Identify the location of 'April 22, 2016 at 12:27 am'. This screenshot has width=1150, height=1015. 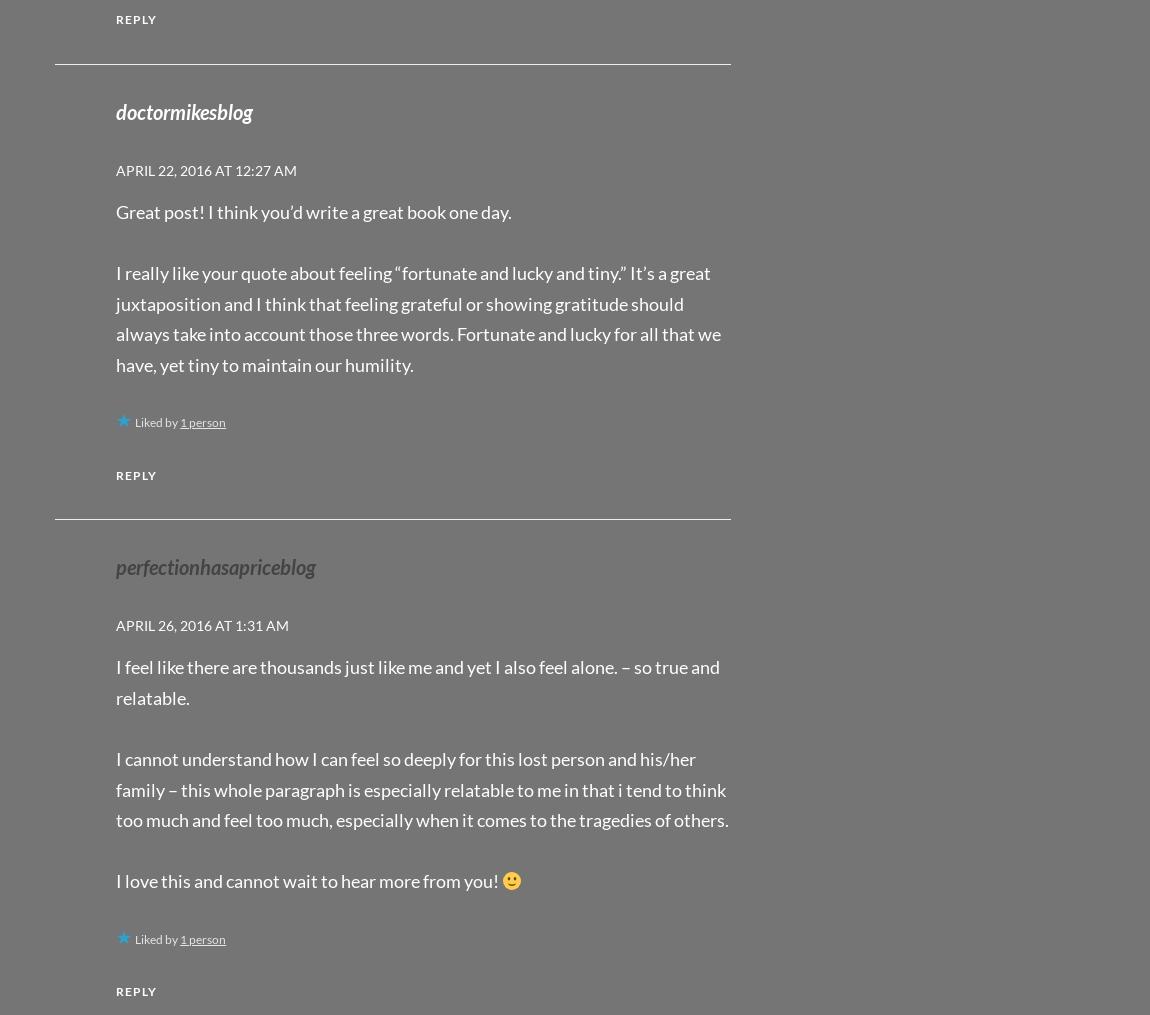
(115, 169).